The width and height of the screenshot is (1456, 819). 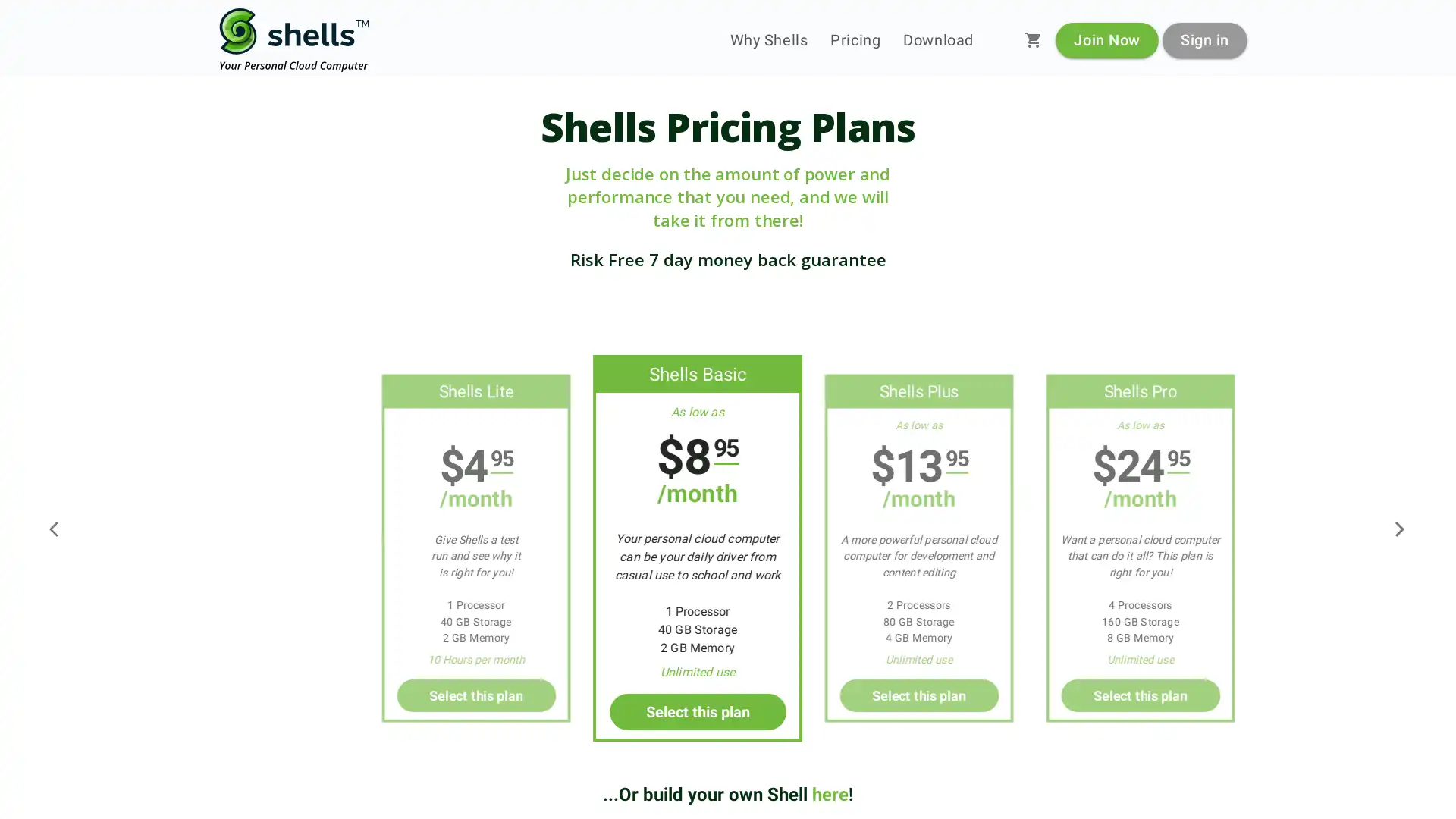 What do you see at coordinates (1203, 39) in the screenshot?
I see `Sign in` at bounding box center [1203, 39].